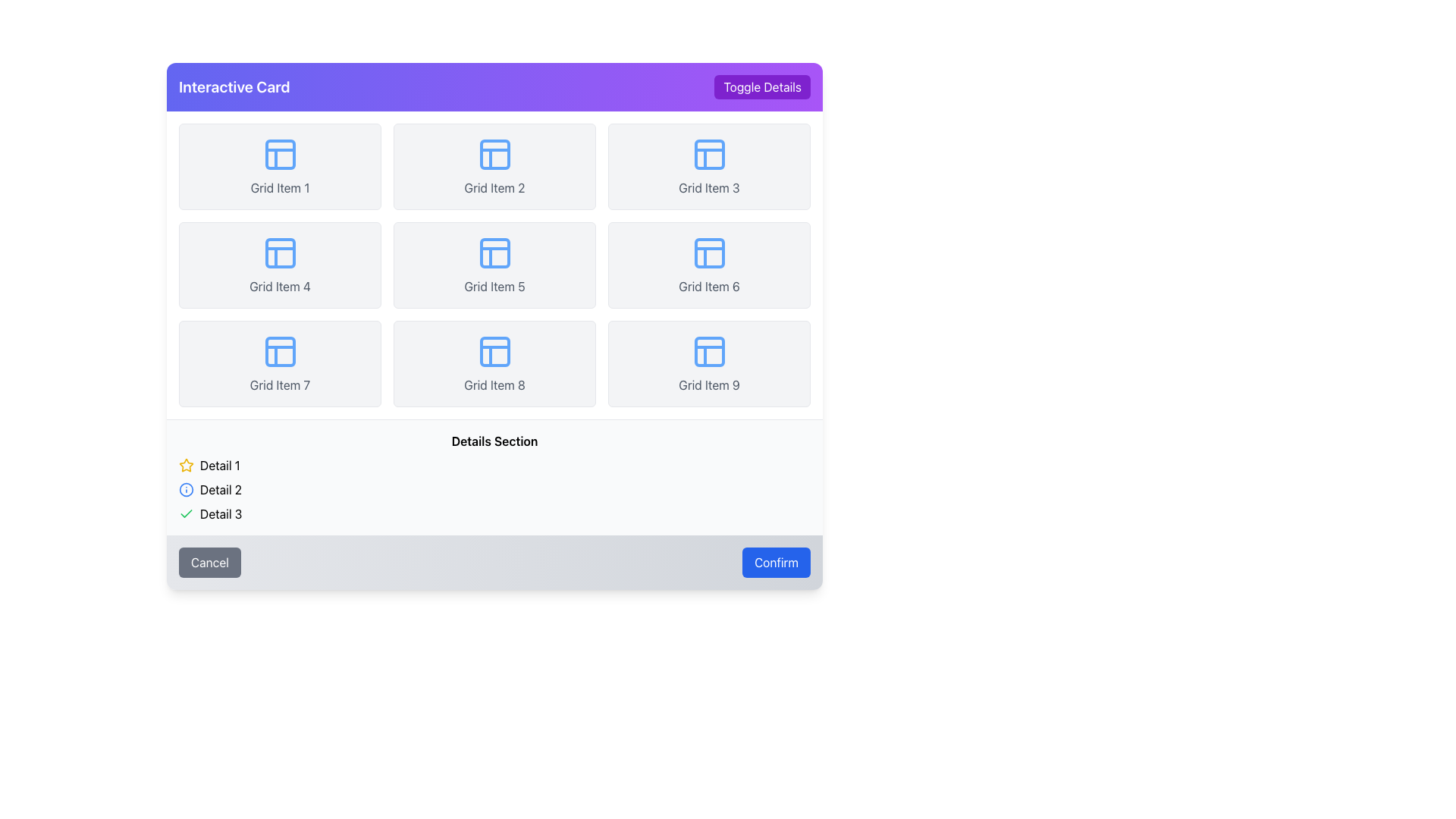 This screenshot has width=1456, height=819. What do you see at coordinates (209, 562) in the screenshot?
I see `the cancel button located at the bottom left of the interface` at bounding box center [209, 562].